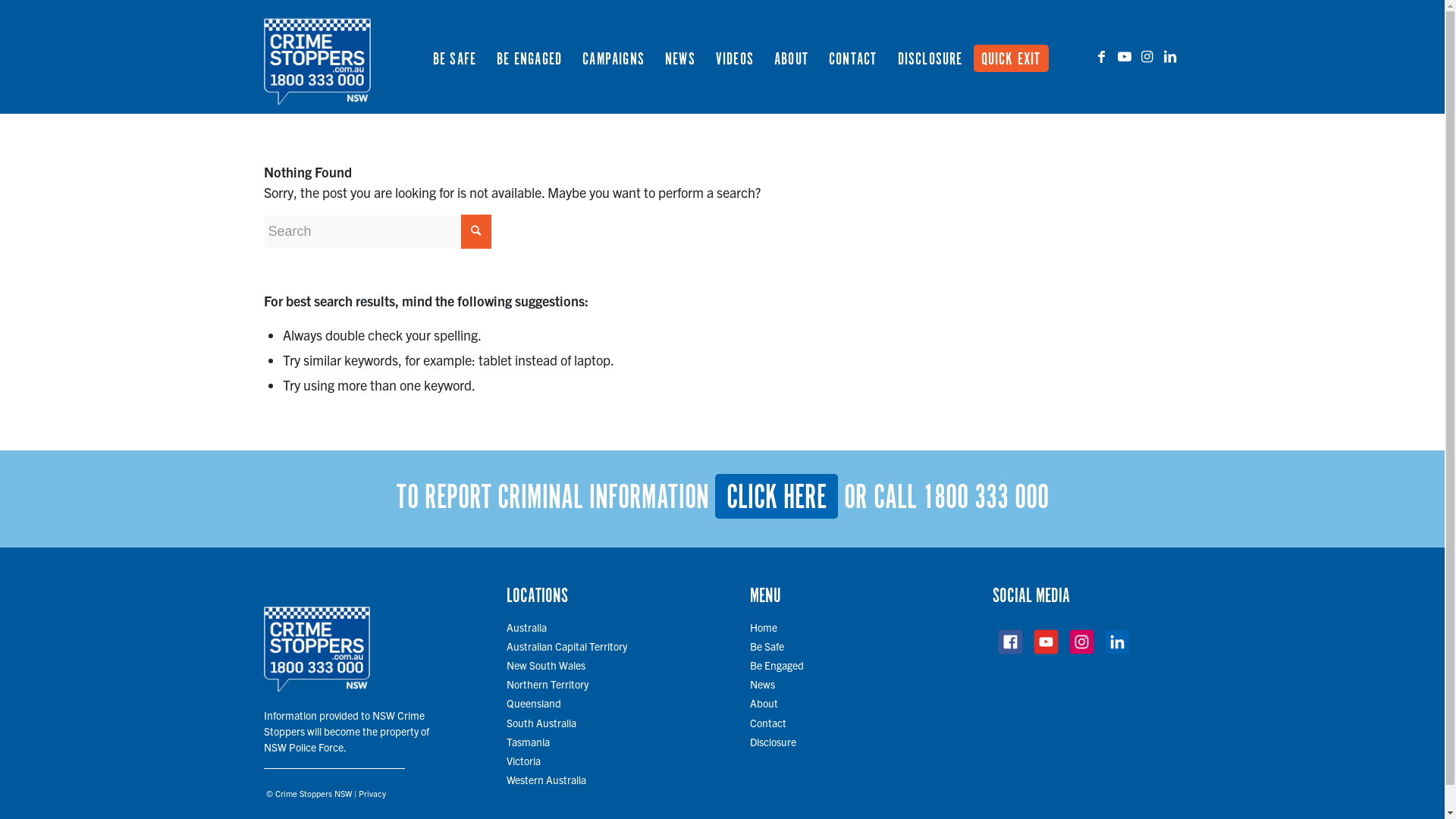 The height and width of the screenshot is (819, 1456). What do you see at coordinates (526, 626) in the screenshot?
I see `'Australia'` at bounding box center [526, 626].